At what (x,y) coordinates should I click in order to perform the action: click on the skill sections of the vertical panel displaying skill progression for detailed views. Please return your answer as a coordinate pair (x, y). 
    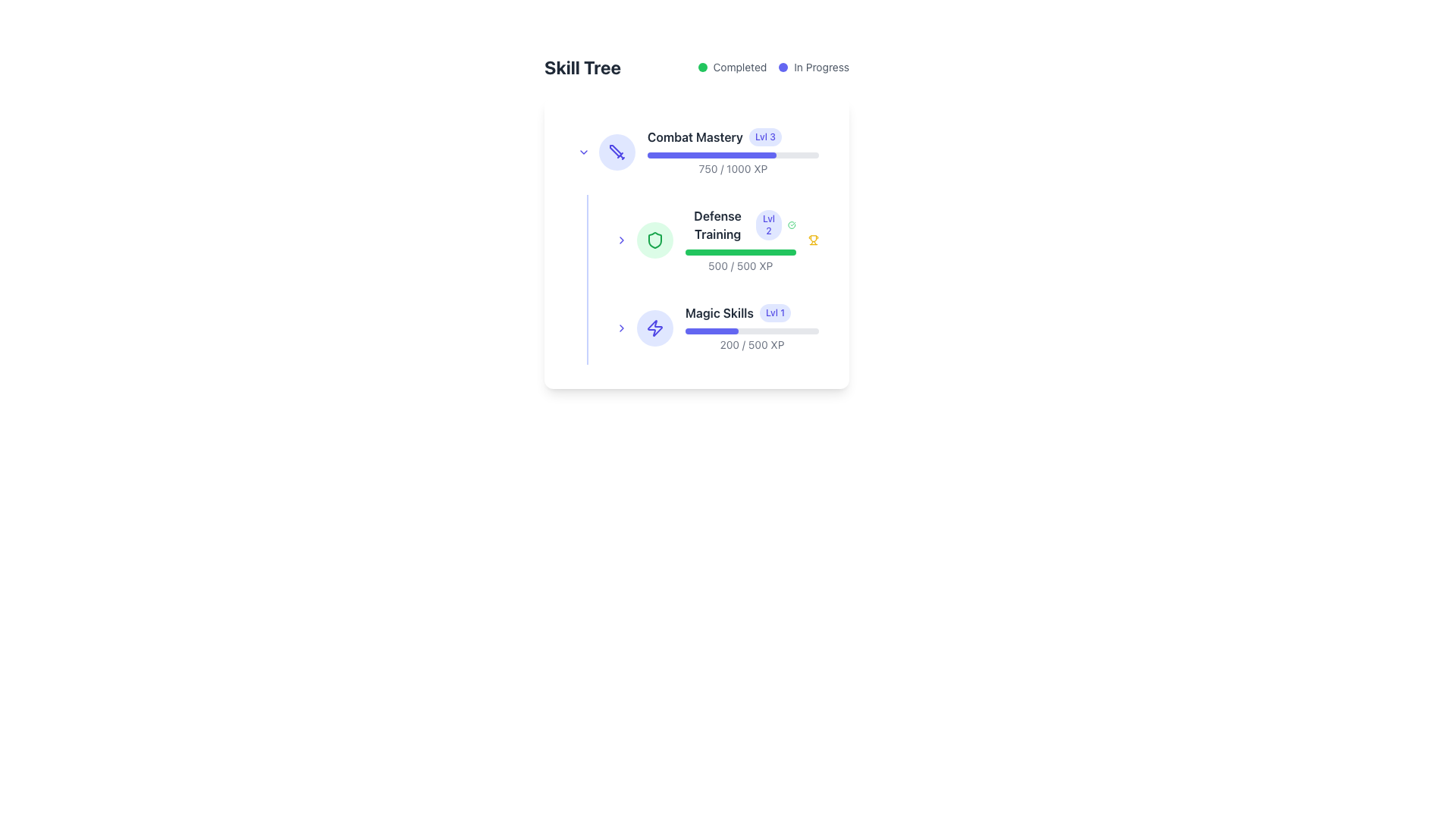
    Looking at the image, I should click on (695, 222).